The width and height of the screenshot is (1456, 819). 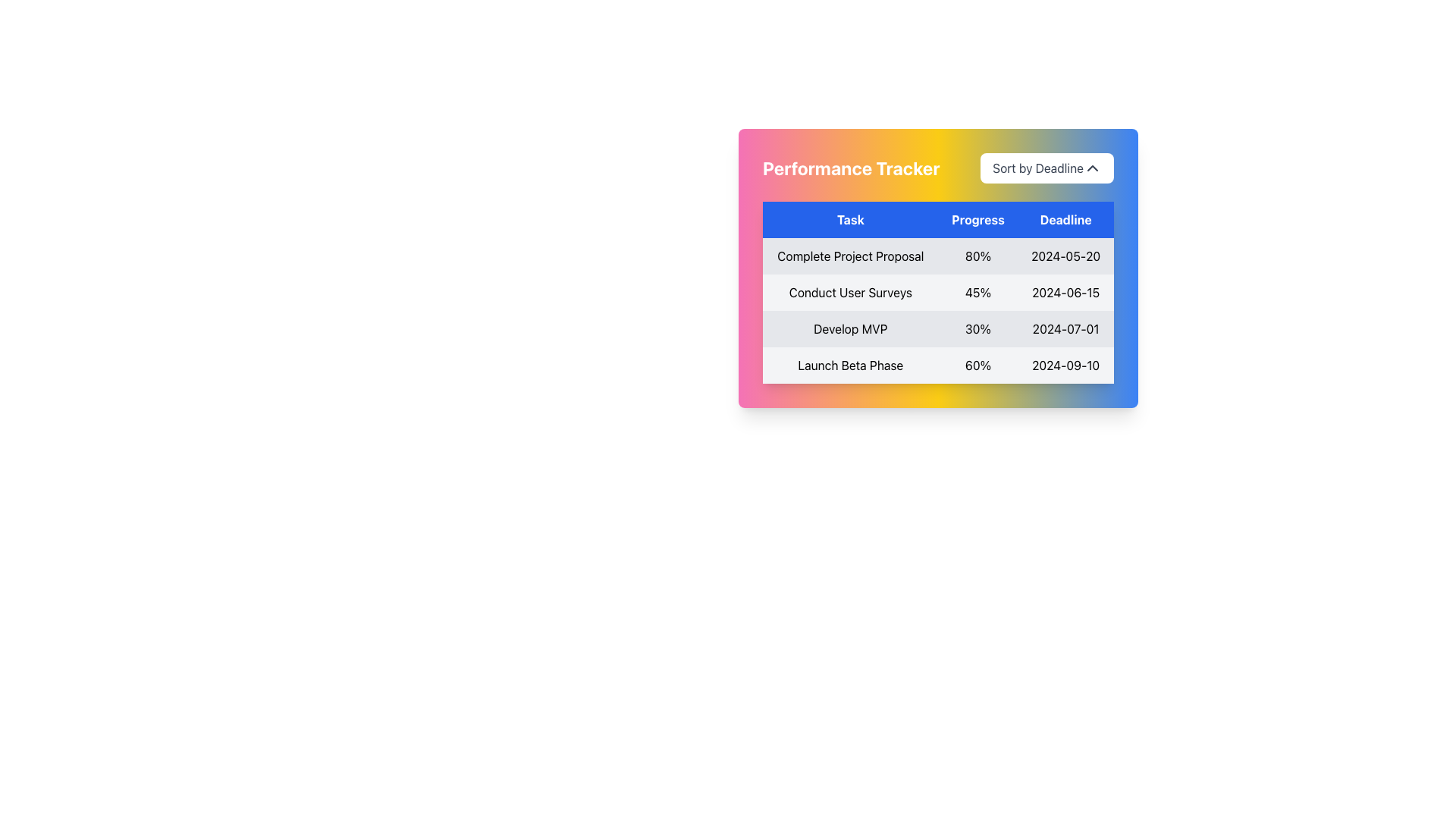 What do you see at coordinates (937, 366) in the screenshot?
I see `the last row in the Performance Tracker table that contains 'Launch Beta Phase', '60%', and '2024-09-10'` at bounding box center [937, 366].